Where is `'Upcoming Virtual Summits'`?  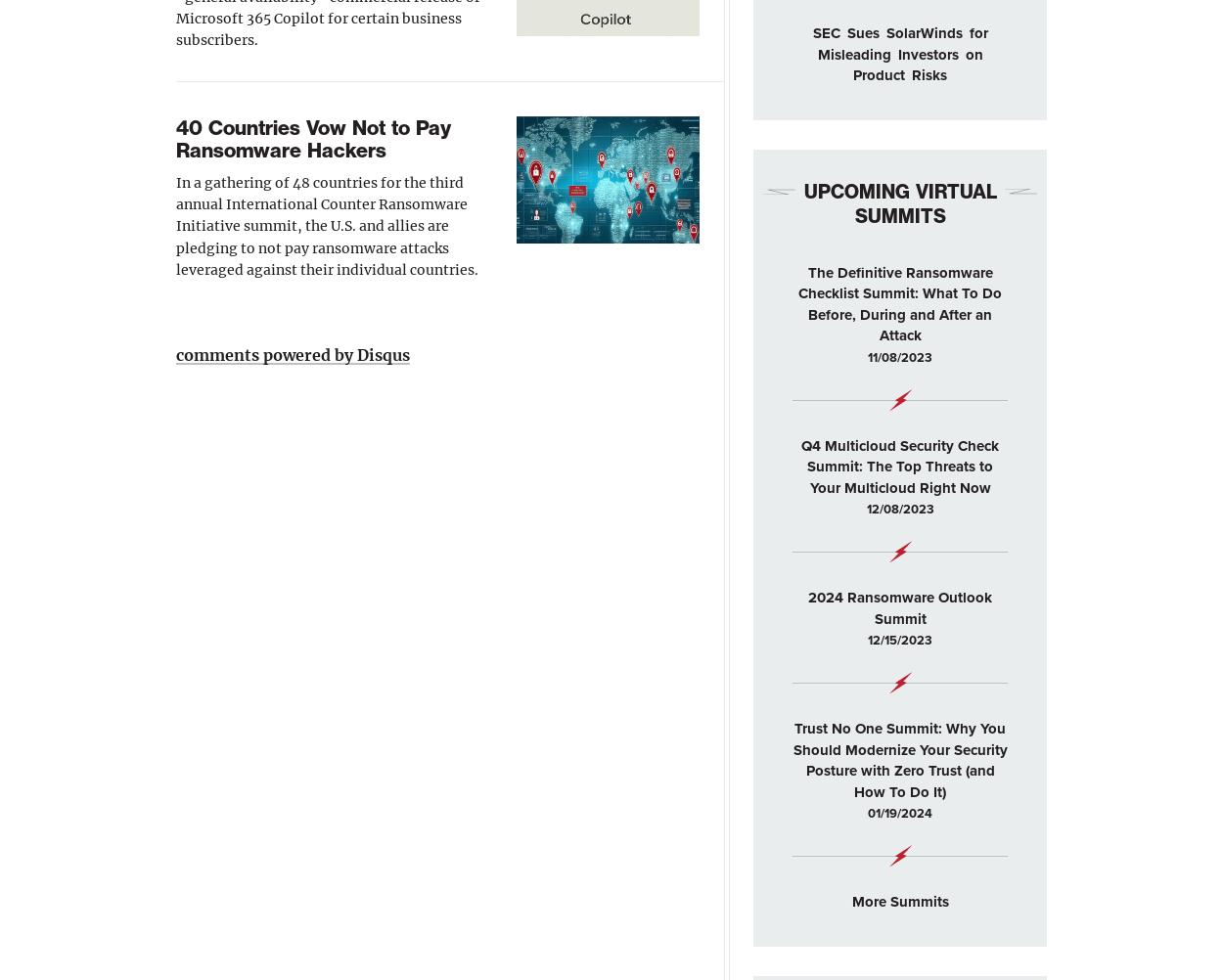 'Upcoming Virtual Summits' is located at coordinates (899, 202).